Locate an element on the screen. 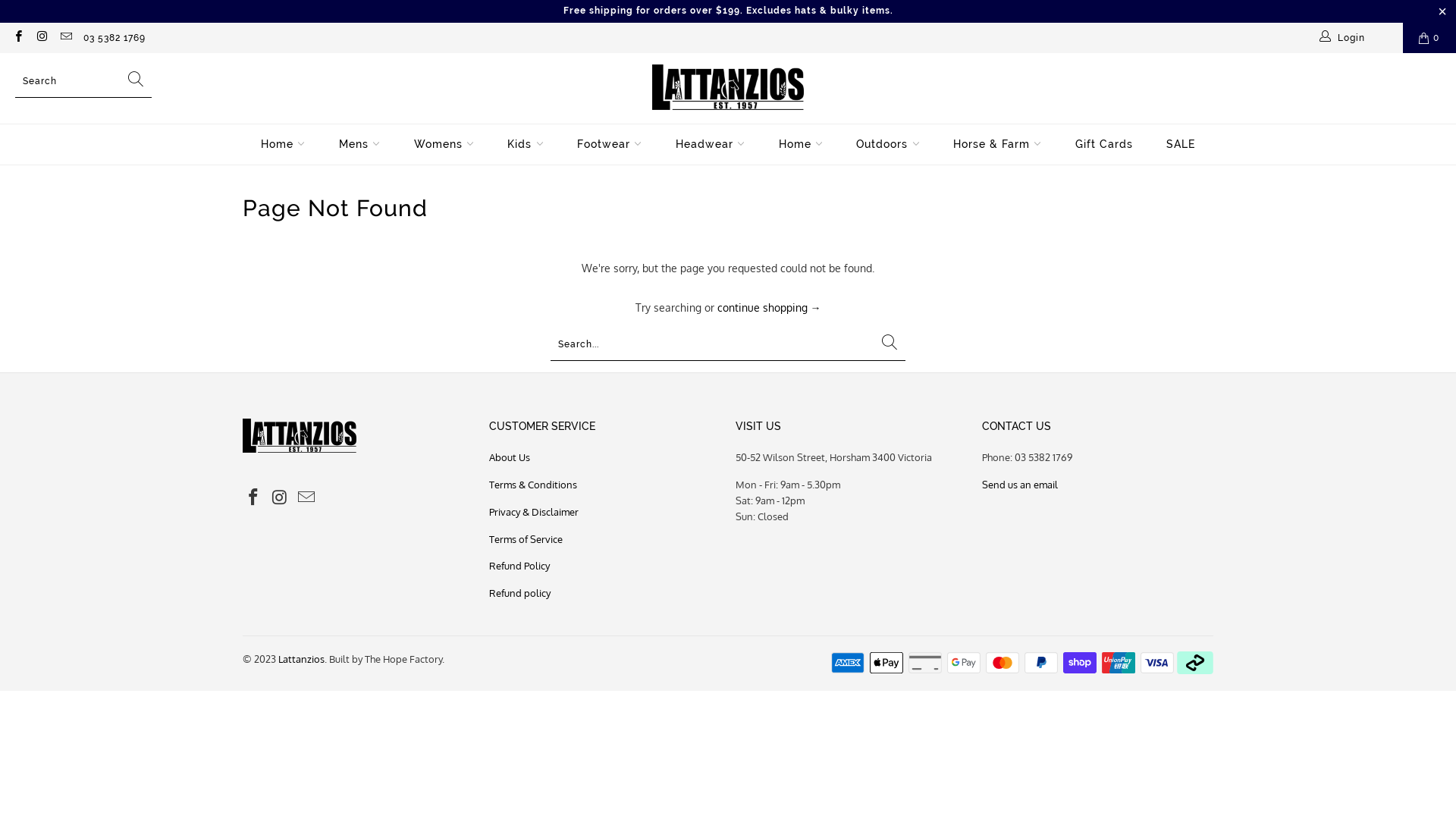 Image resolution: width=1456 pixels, height=819 pixels. 'Outdoors' is located at coordinates (888, 144).